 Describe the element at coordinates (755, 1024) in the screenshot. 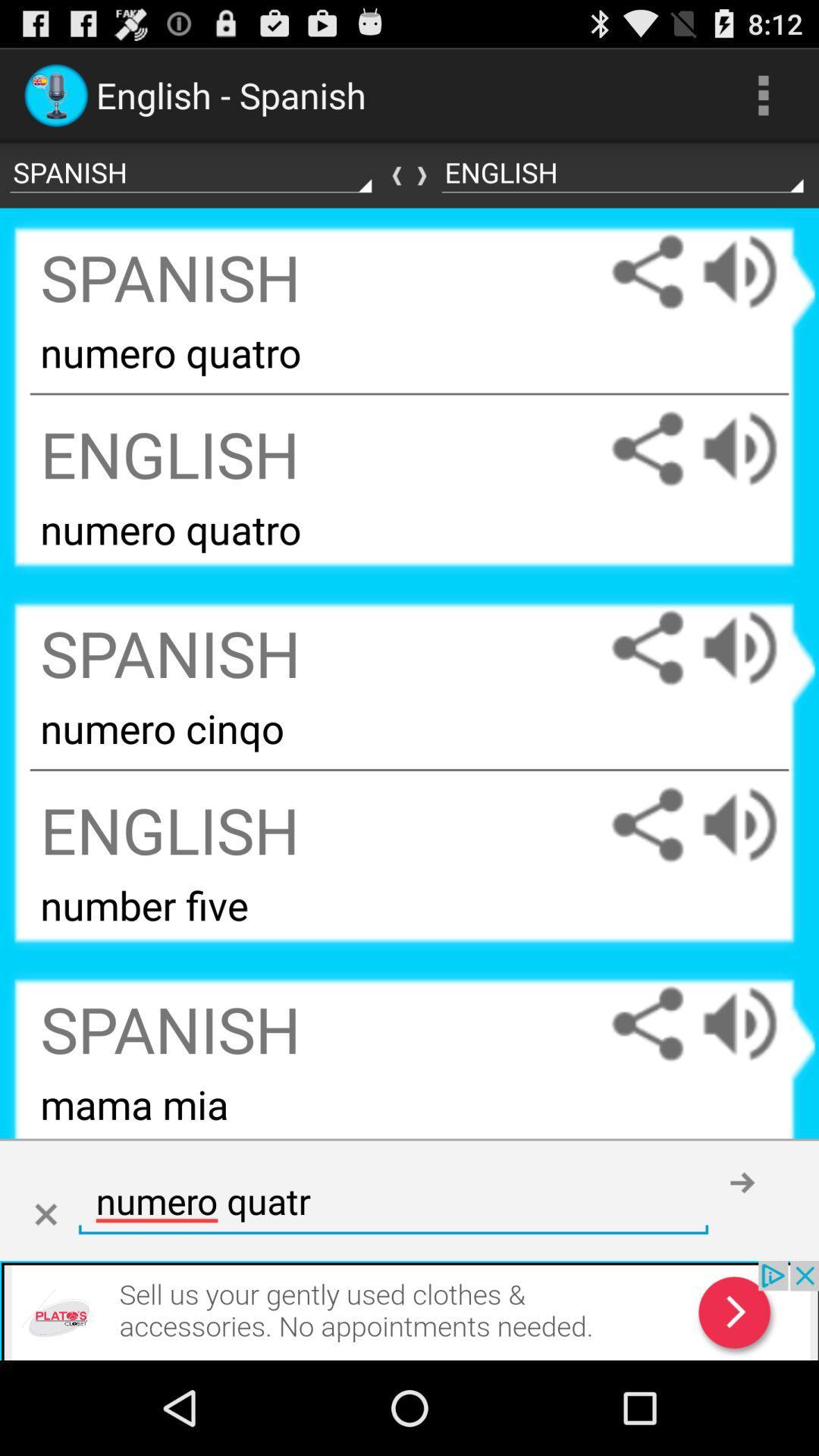

I see `hear the word` at that location.